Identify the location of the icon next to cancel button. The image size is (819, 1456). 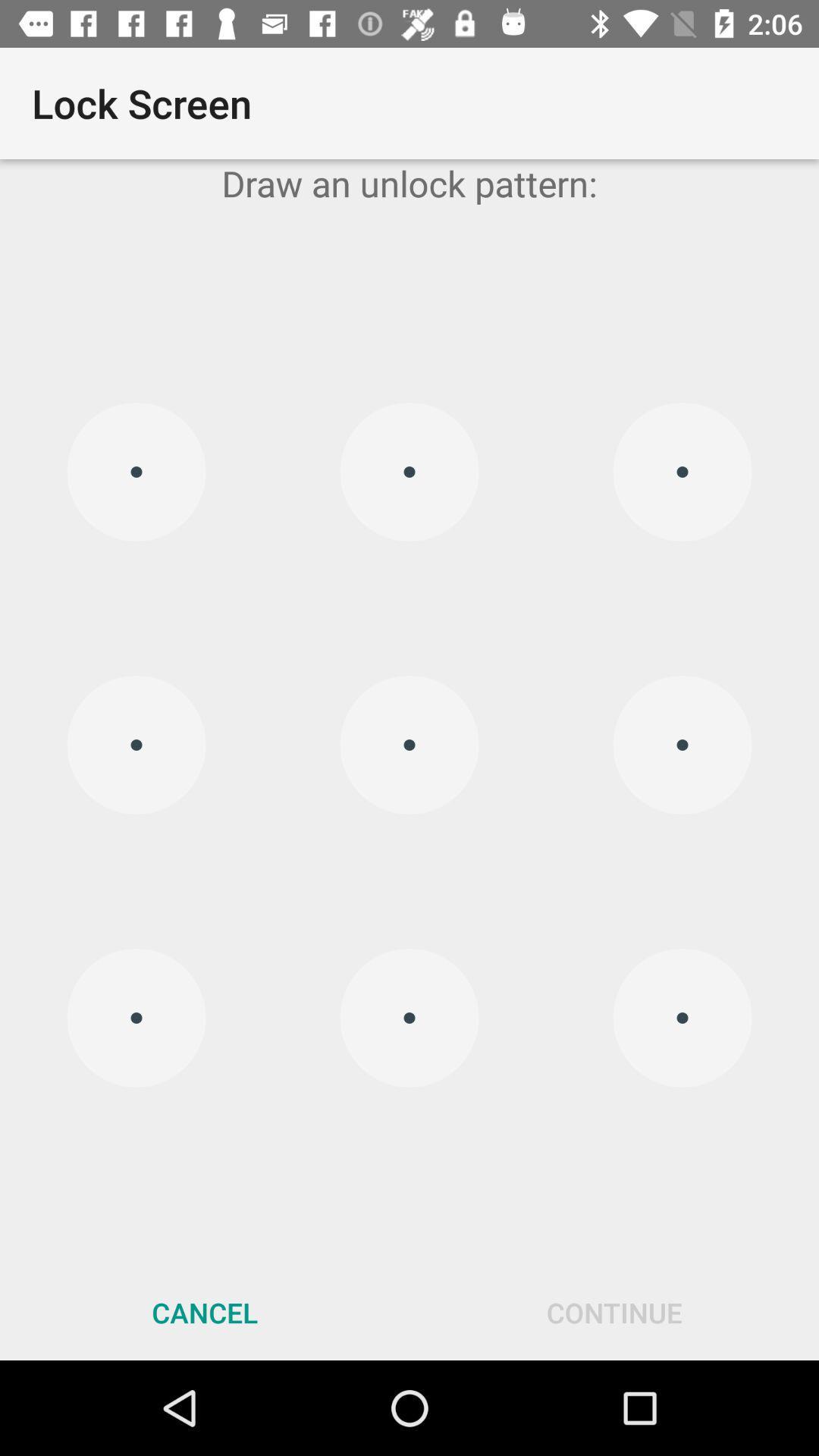
(614, 1312).